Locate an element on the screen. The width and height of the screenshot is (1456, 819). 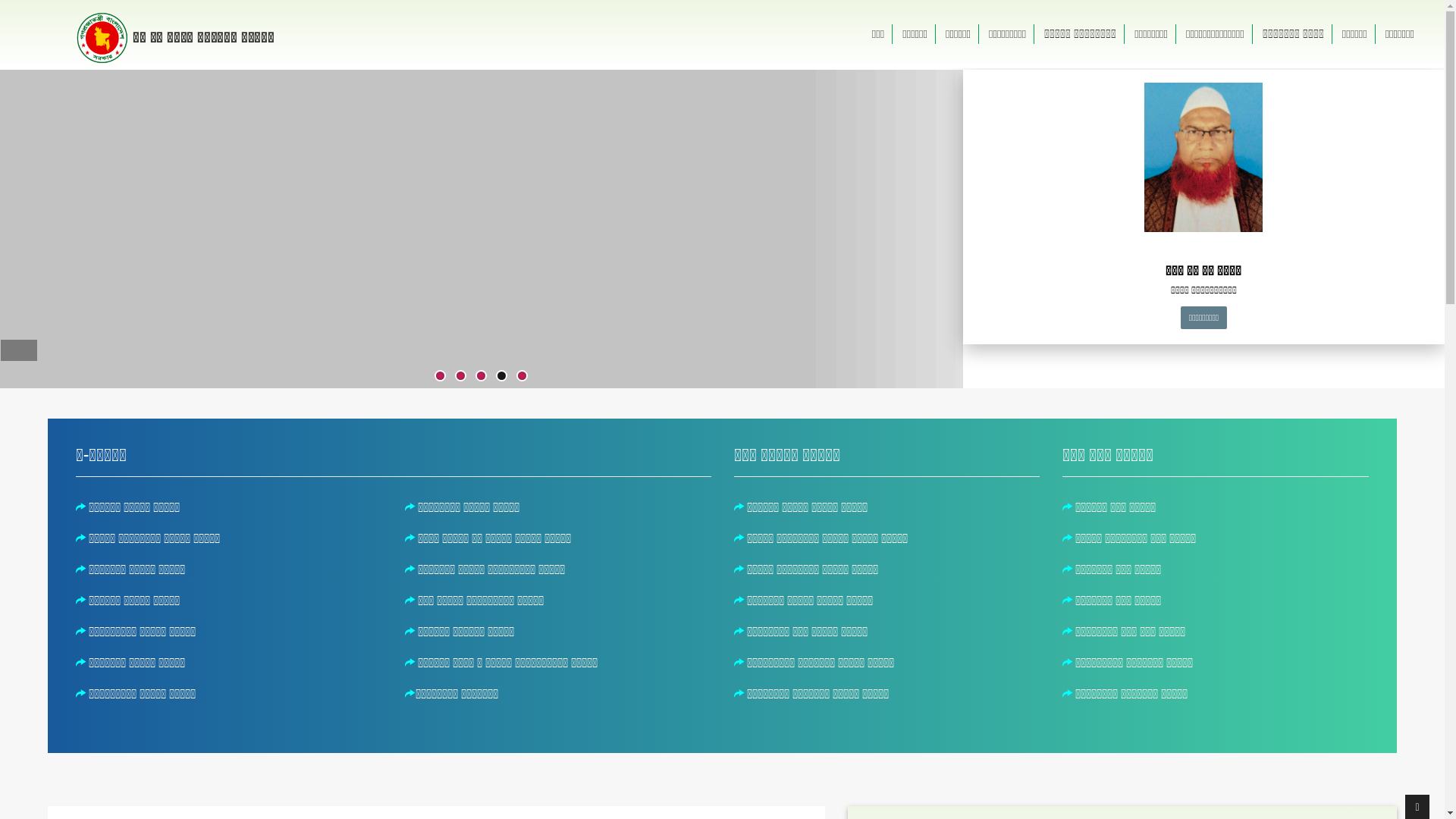
'2' is located at coordinates (460, 375).